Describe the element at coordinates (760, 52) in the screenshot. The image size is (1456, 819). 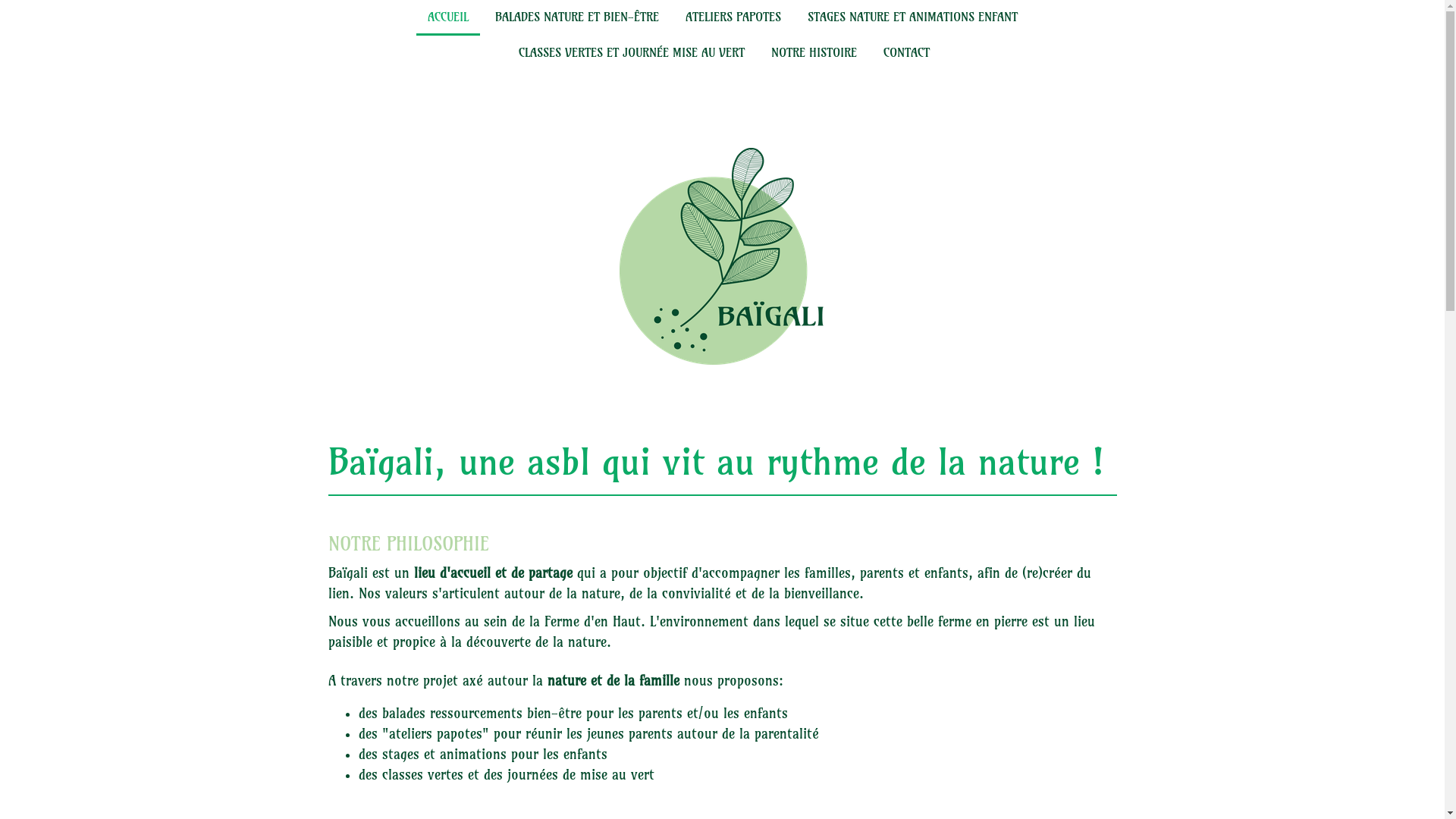
I see `'NOTRE HISTOIRE'` at that location.